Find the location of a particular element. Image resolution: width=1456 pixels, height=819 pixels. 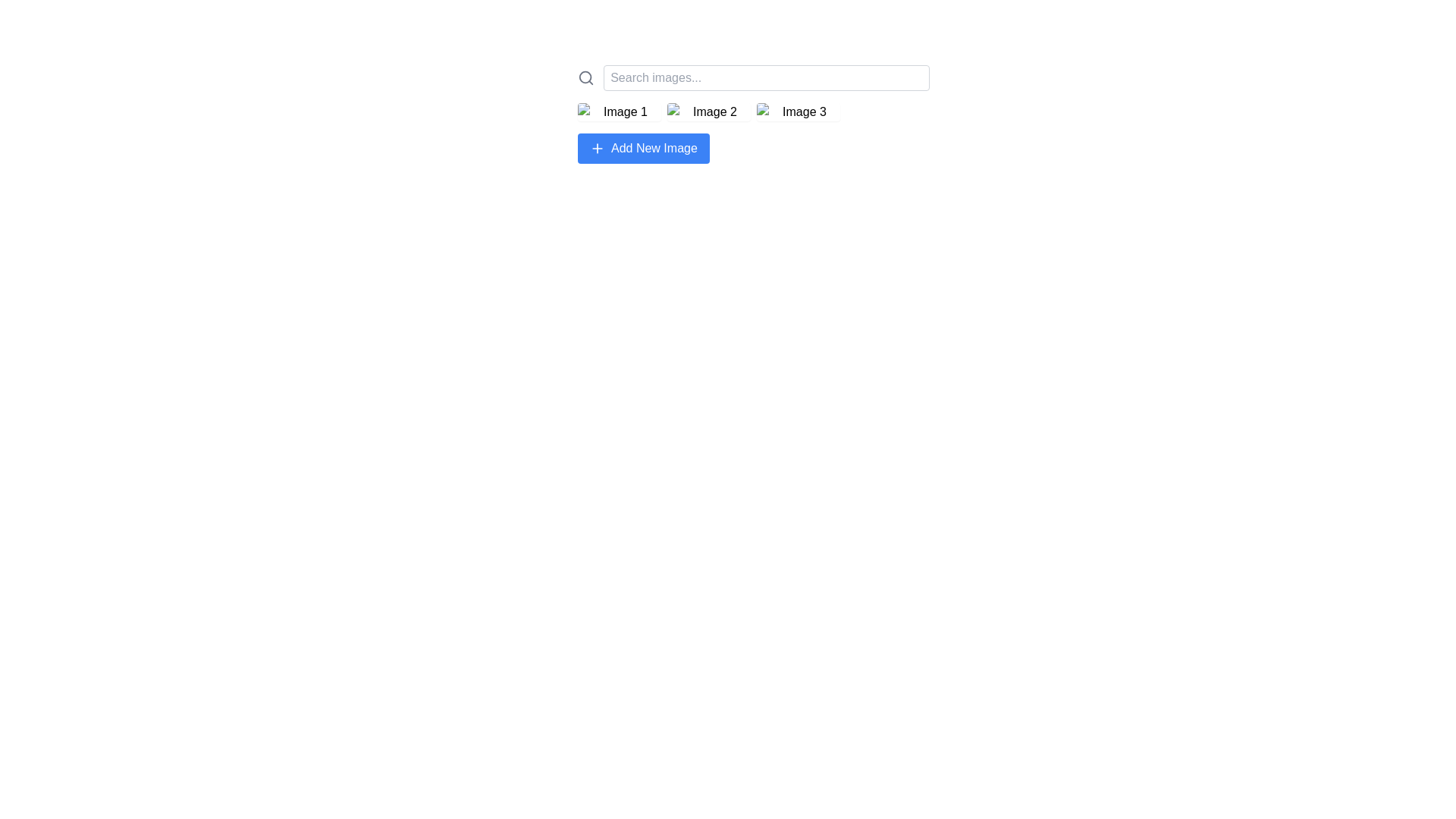

the magnifying glass icon located to the left of the rectangular search input box to initiate a search is located at coordinates (585, 78).